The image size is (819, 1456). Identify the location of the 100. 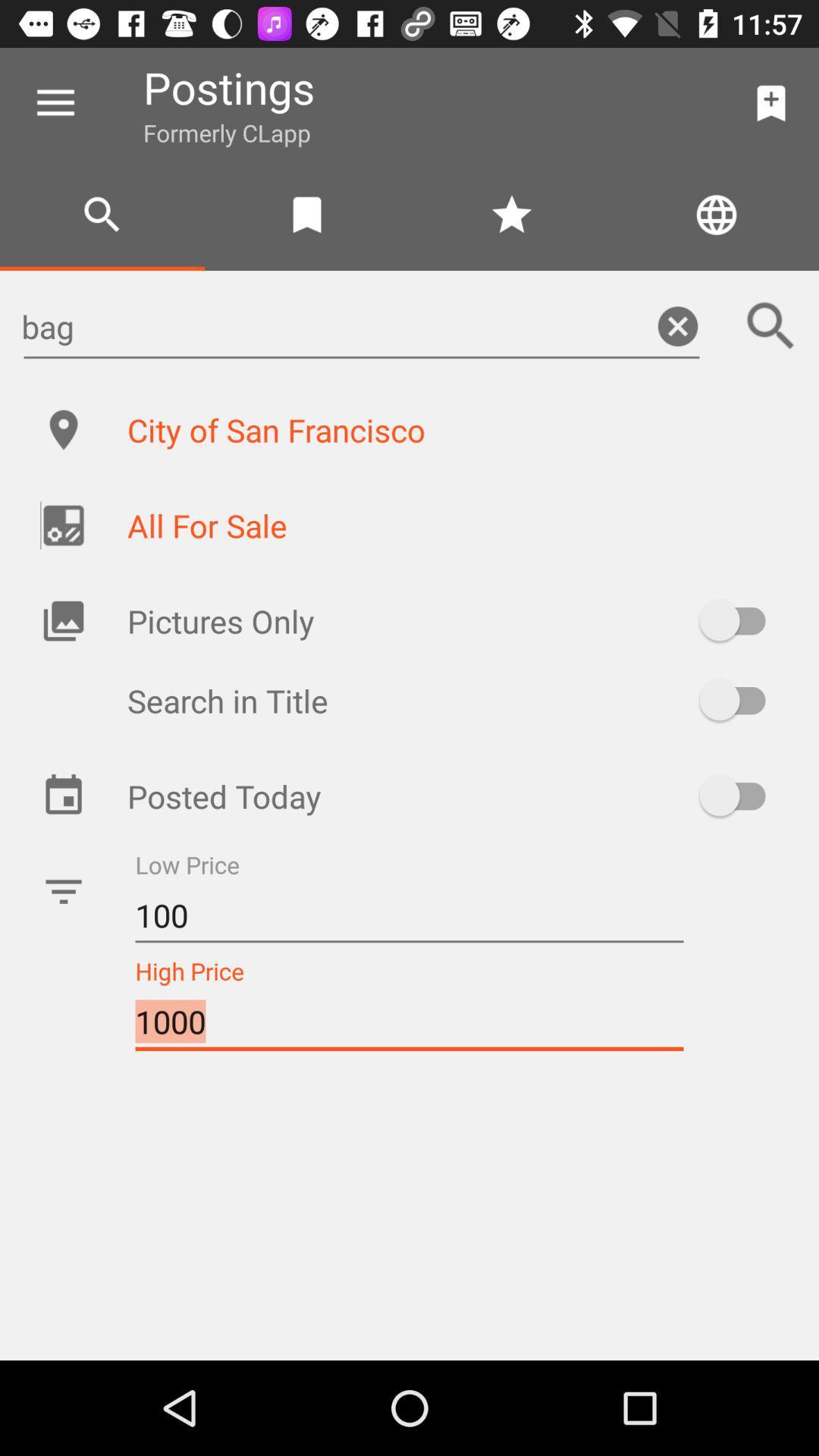
(409, 915).